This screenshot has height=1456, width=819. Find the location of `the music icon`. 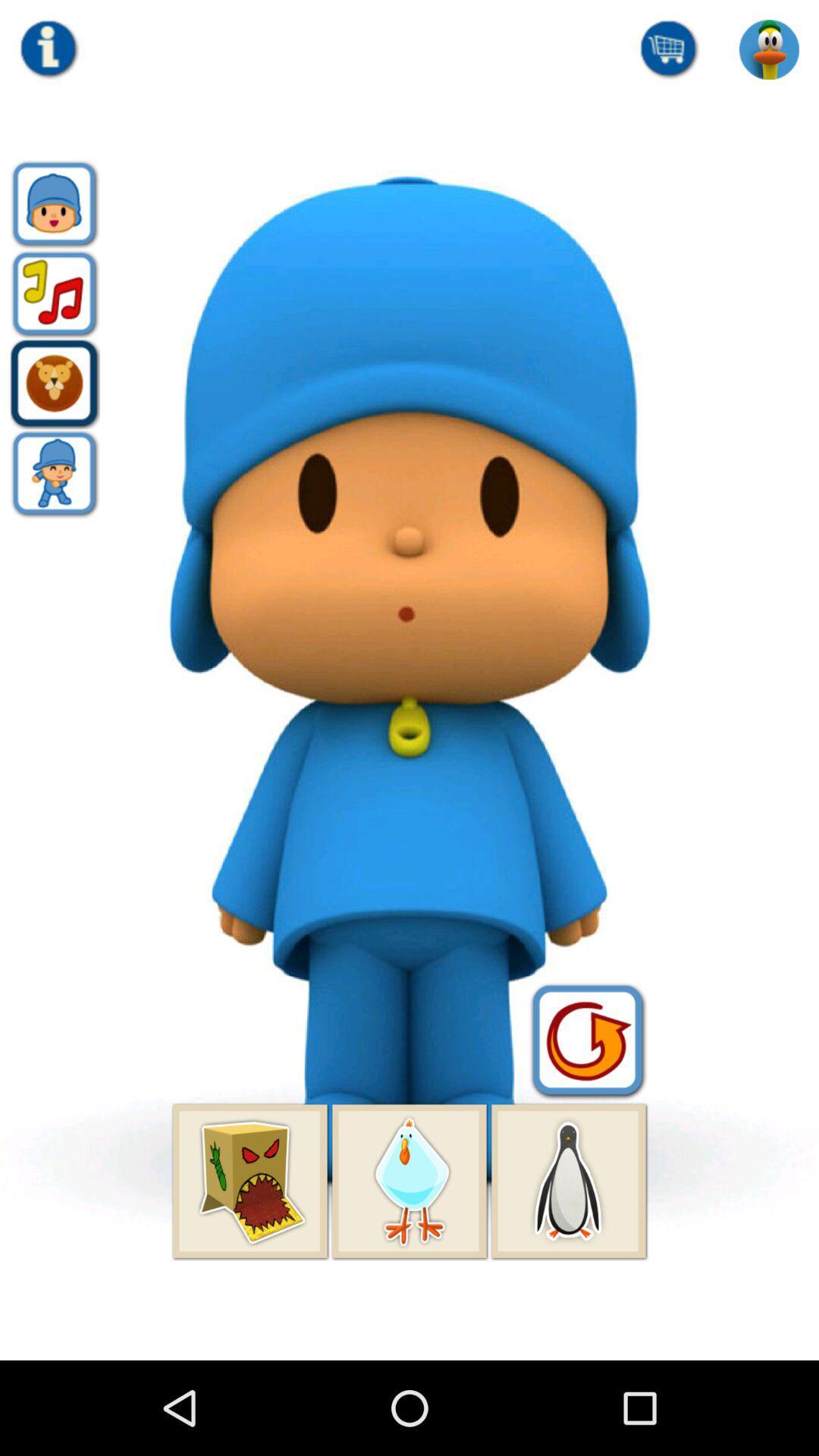

the music icon is located at coordinates (54, 314).